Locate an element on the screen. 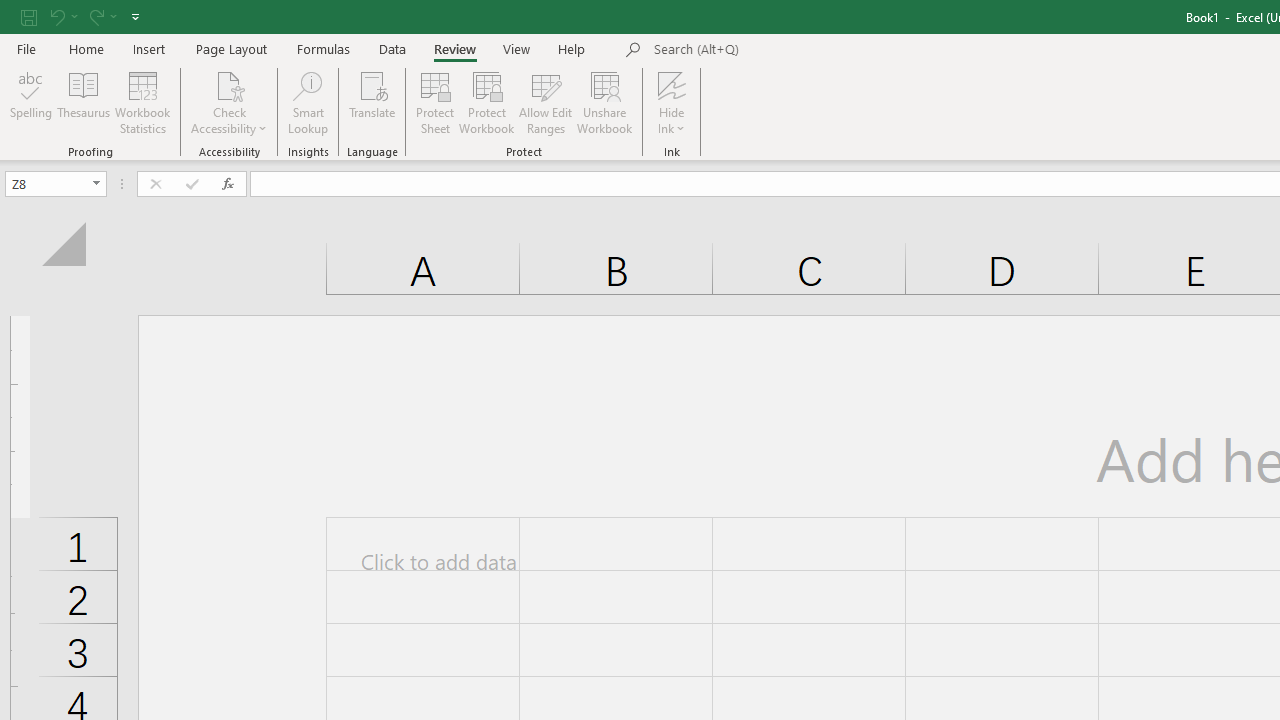 Image resolution: width=1280 pixels, height=720 pixels. 'Workbook Statistics' is located at coordinates (141, 103).